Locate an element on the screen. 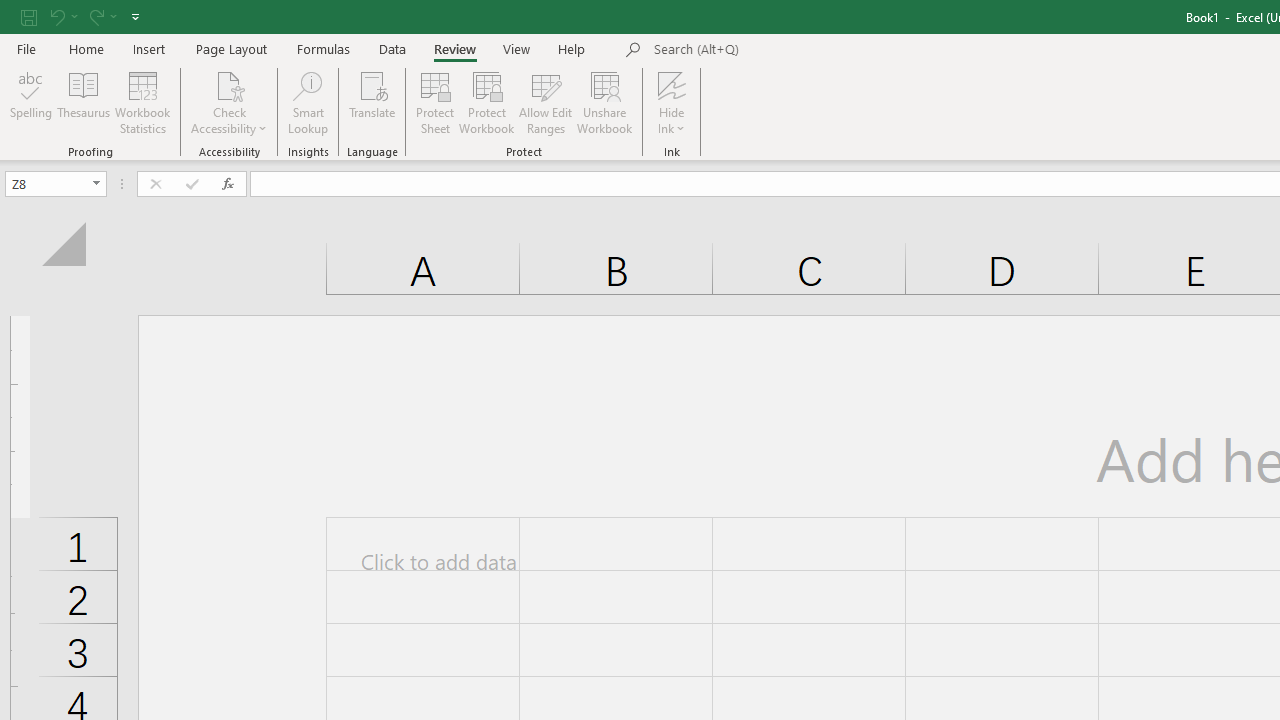 Image resolution: width=1280 pixels, height=720 pixels. 'Workbook Statistics' is located at coordinates (141, 103).